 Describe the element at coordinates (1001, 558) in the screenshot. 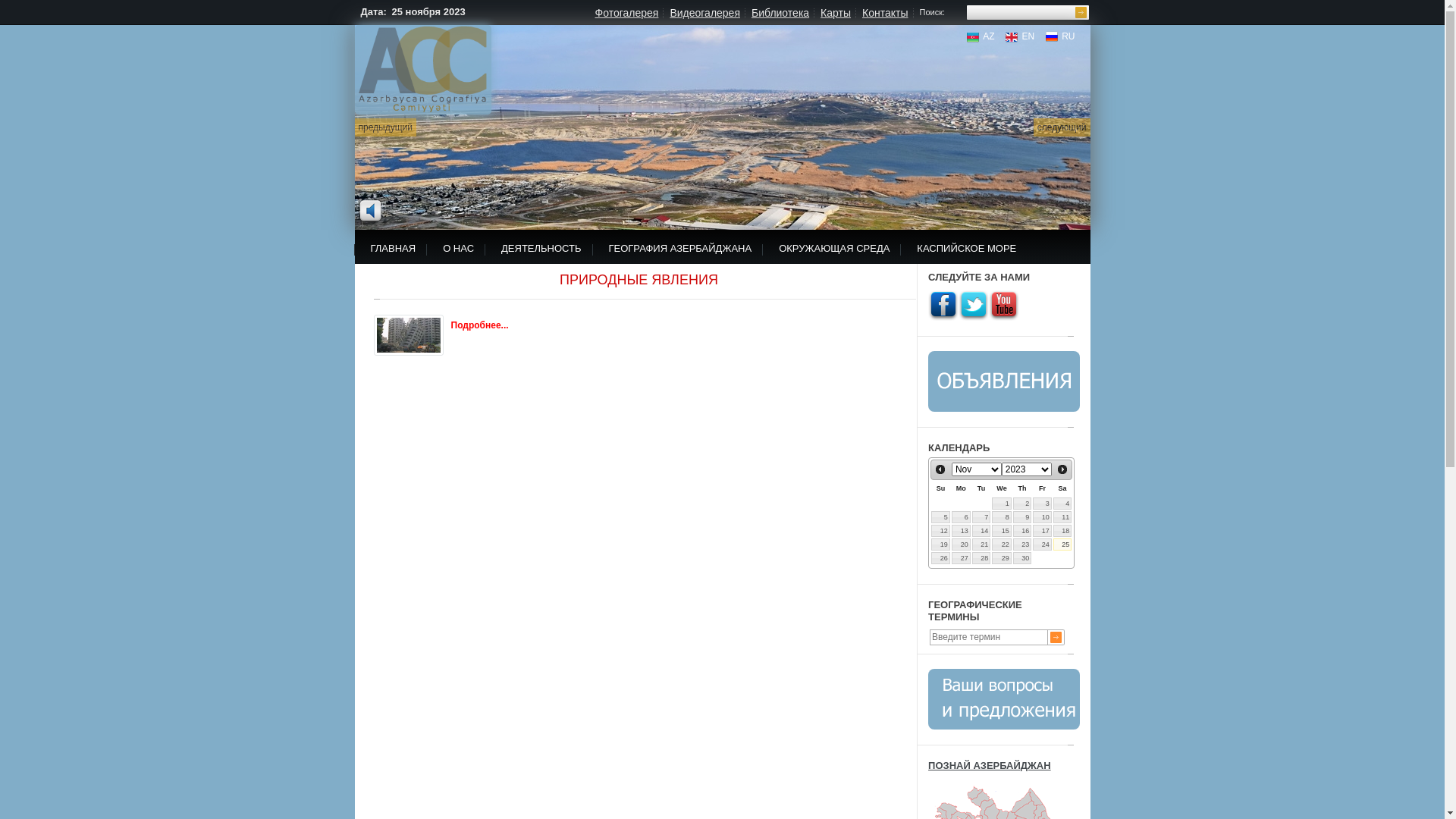

I see `'29'` at that location.